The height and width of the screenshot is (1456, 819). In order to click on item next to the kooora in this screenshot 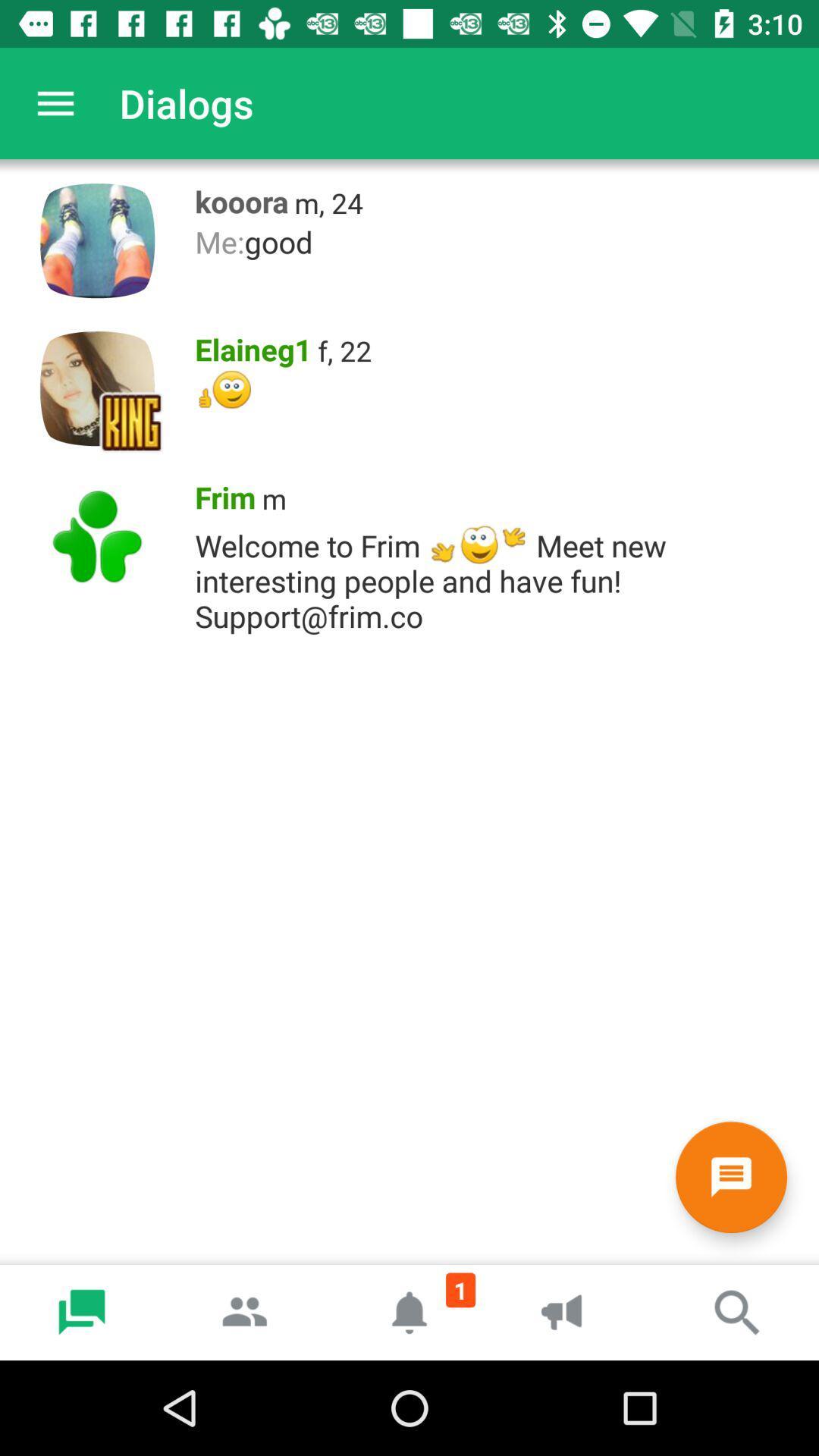, I will do `click(328, 202)`.